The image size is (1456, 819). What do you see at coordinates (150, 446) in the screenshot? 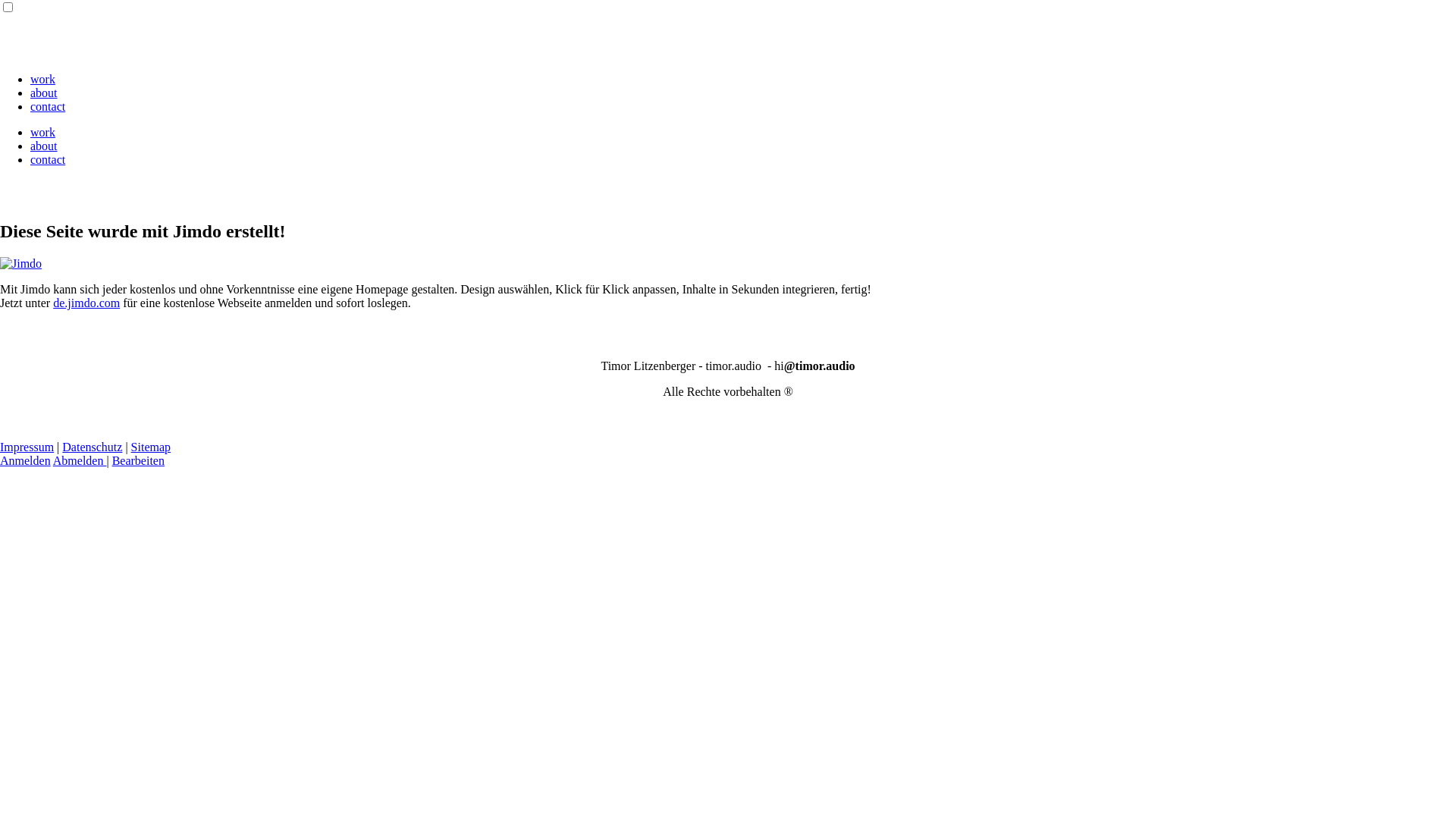
I see `'Sitemap'` at bounding box center [150, 446].